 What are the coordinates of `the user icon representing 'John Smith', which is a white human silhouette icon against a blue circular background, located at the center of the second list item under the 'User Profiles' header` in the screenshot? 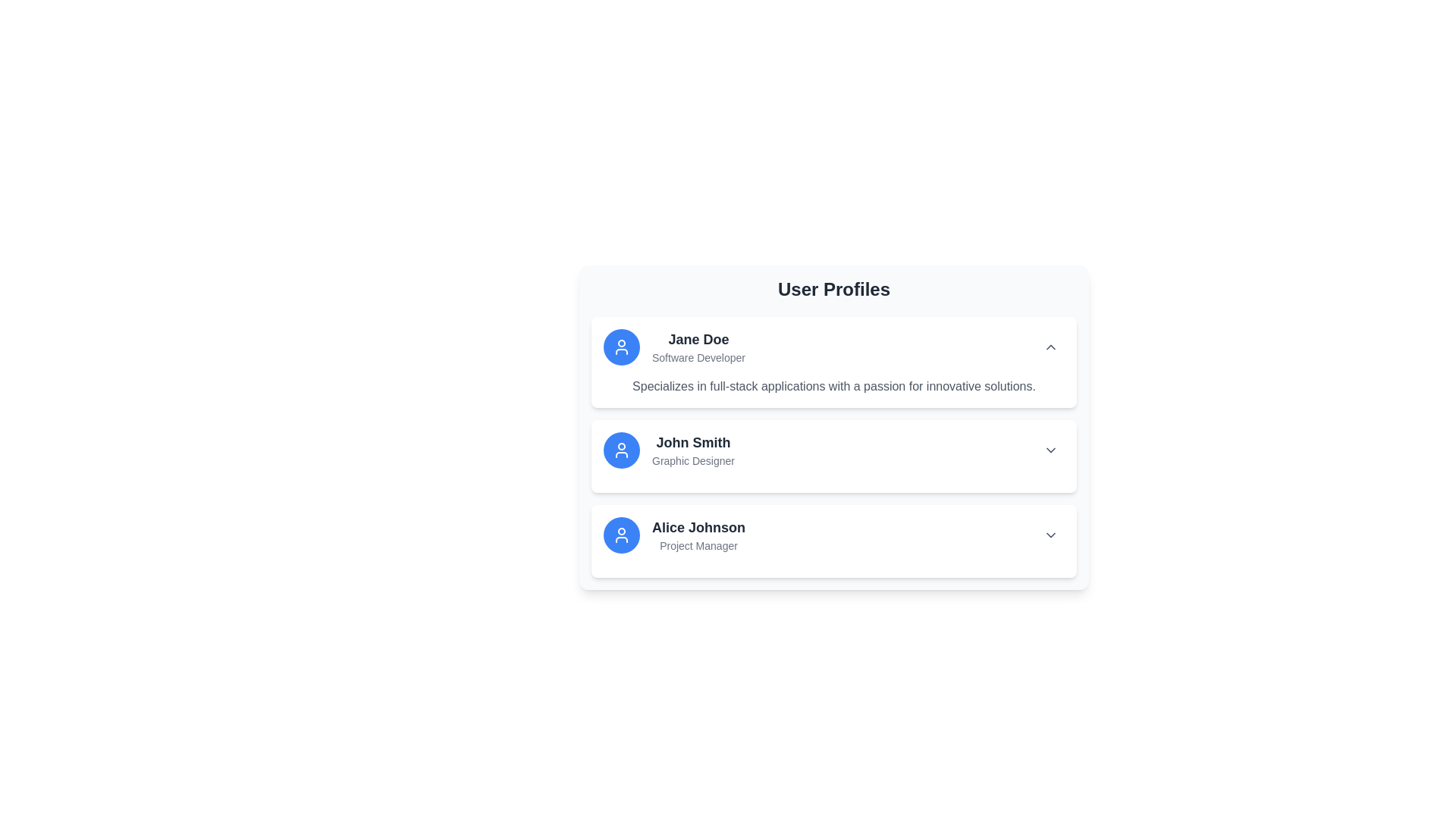 It's located at (622, 450).